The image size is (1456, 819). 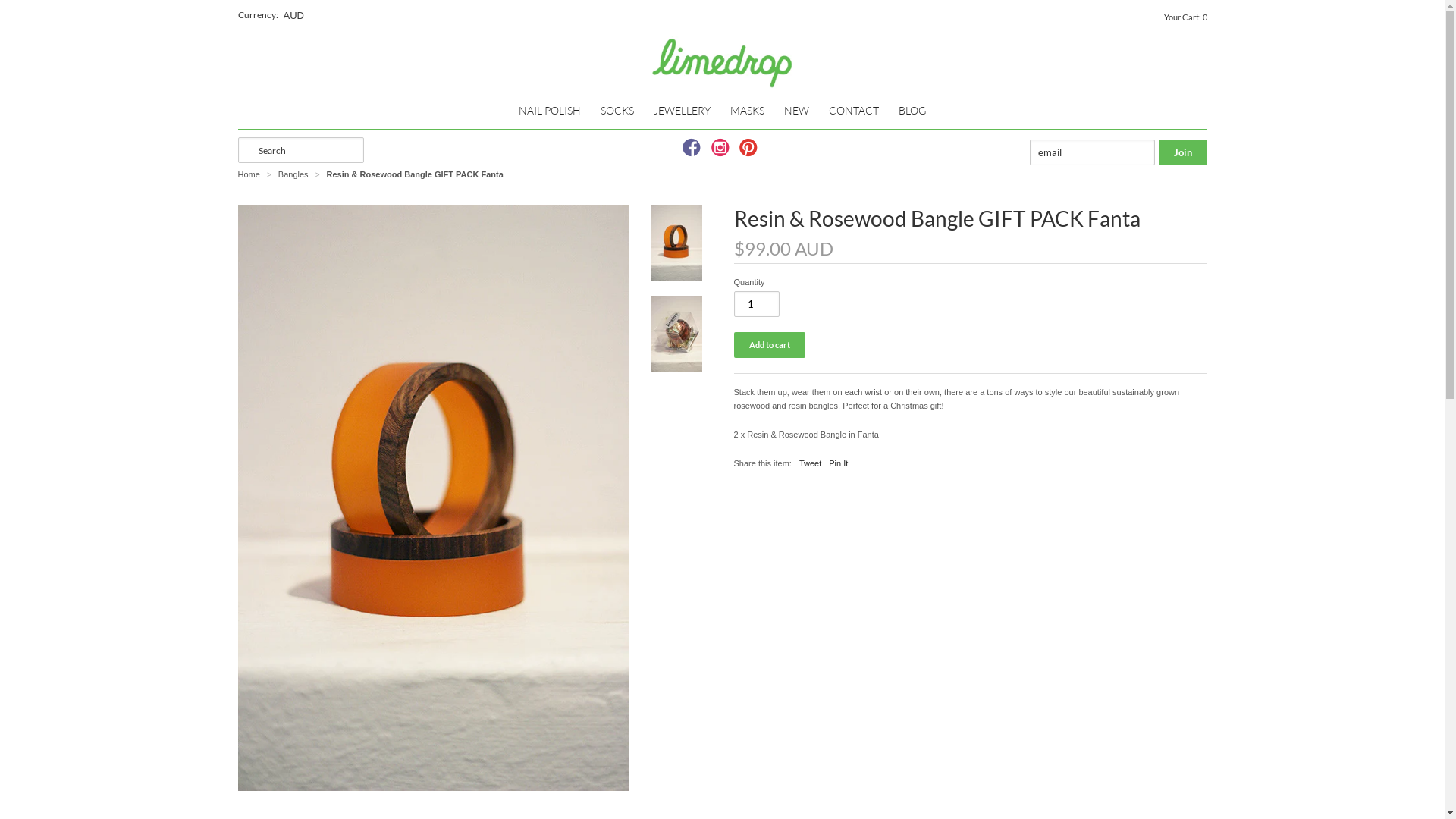 What do you see at coordinates (722, 152) in the screenshot?
I see `'Follow us on Instagram'` at bounding box center [722, 152].